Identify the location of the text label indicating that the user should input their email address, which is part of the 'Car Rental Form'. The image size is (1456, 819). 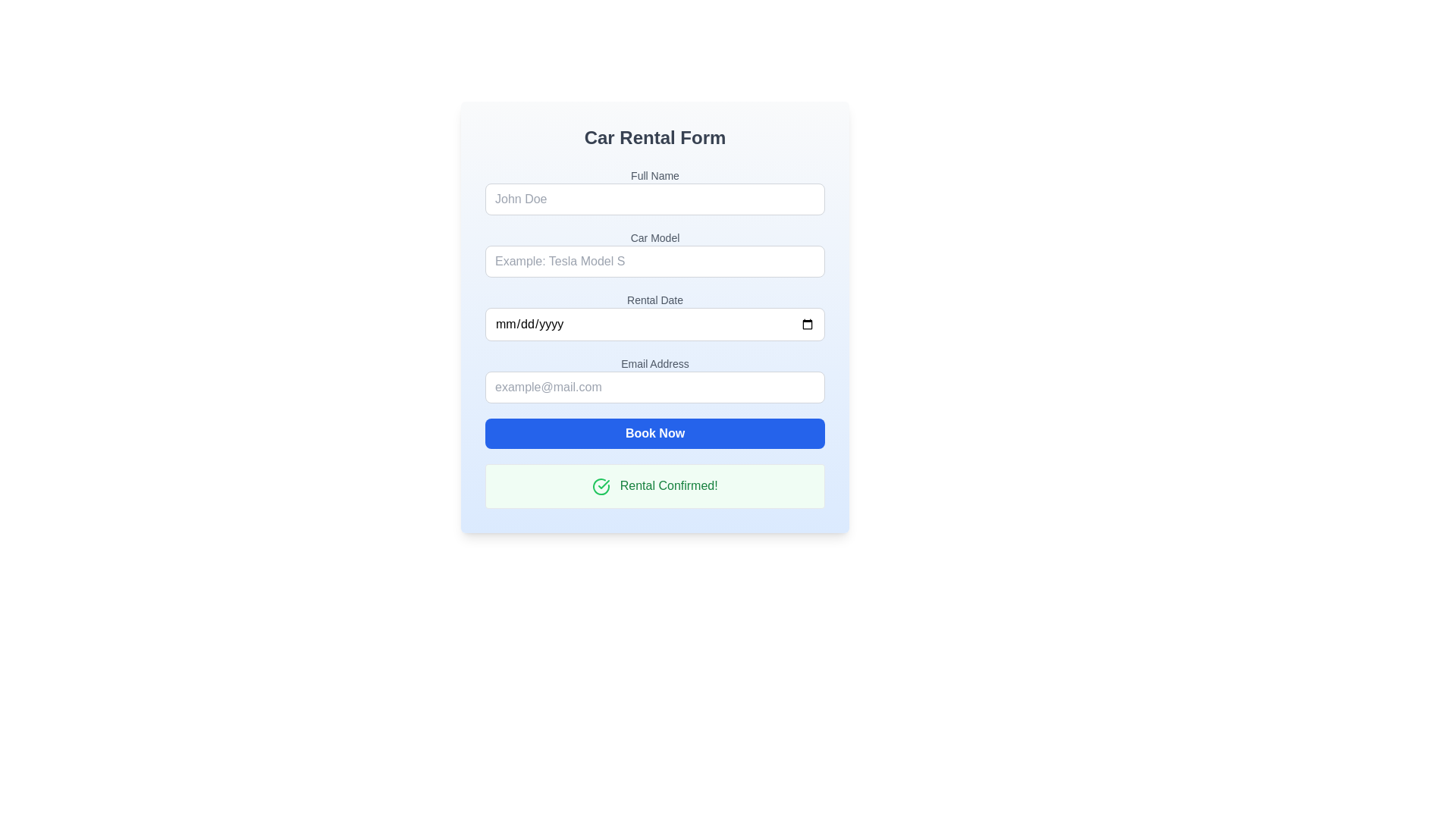
(655, 363).